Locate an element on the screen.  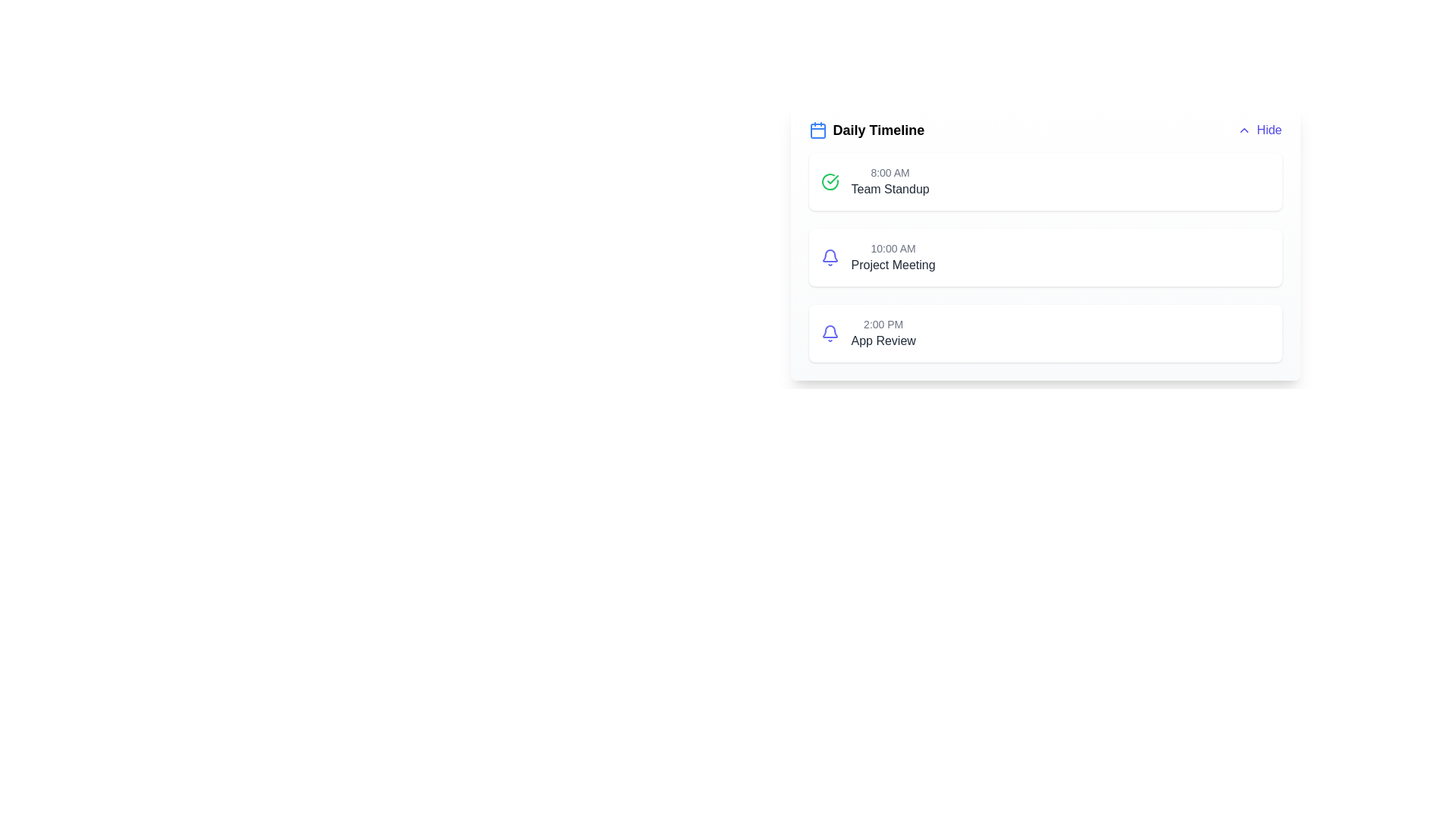
the button located at the top-right corner of the 'Daily Timeline' section is located at coordinates (1259, 130).